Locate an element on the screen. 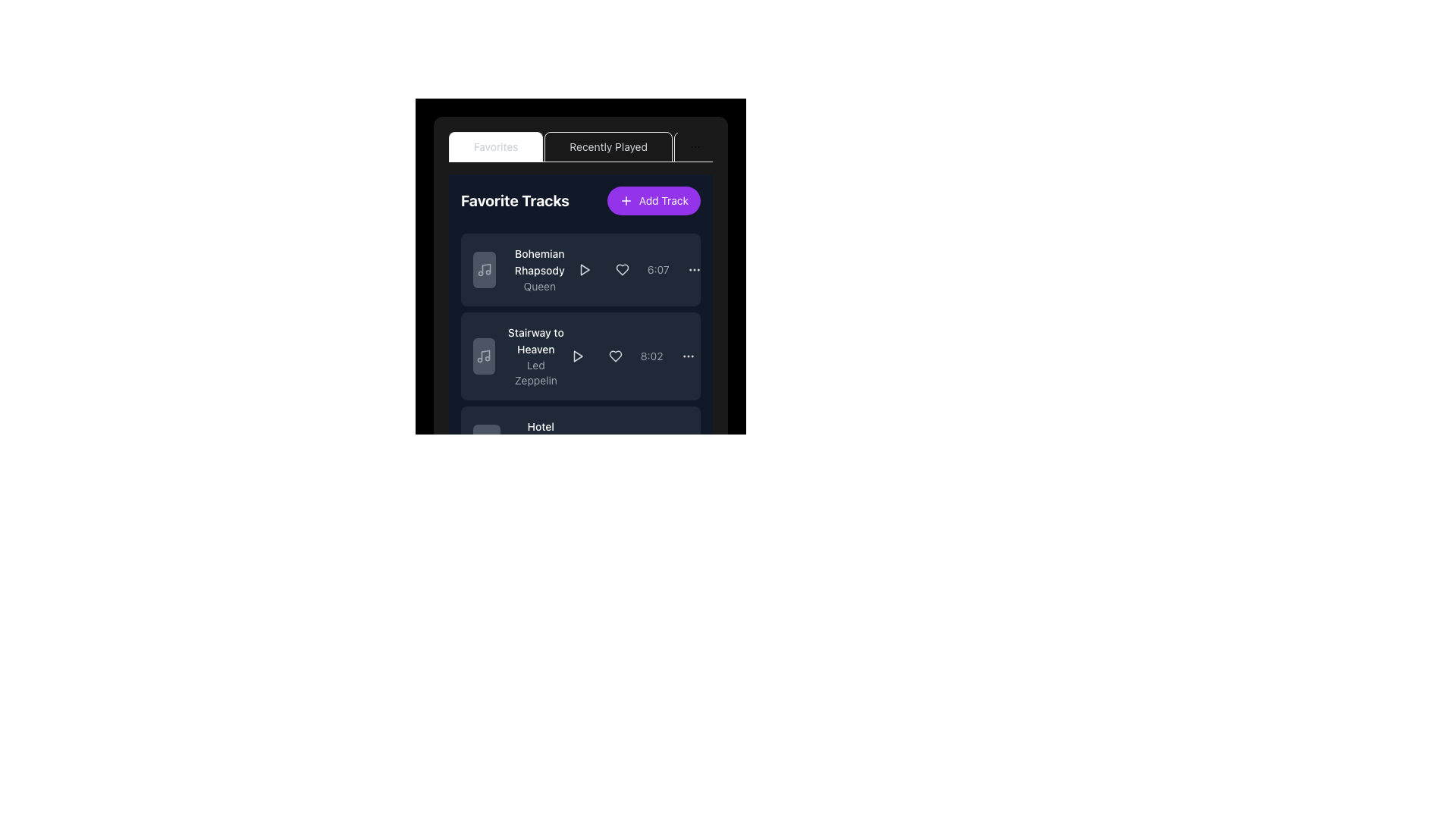 The image size is (1456, 819). the 'Recently Played' Navigation Tab, which has a black background and white text is located at coordinates (563, 146).